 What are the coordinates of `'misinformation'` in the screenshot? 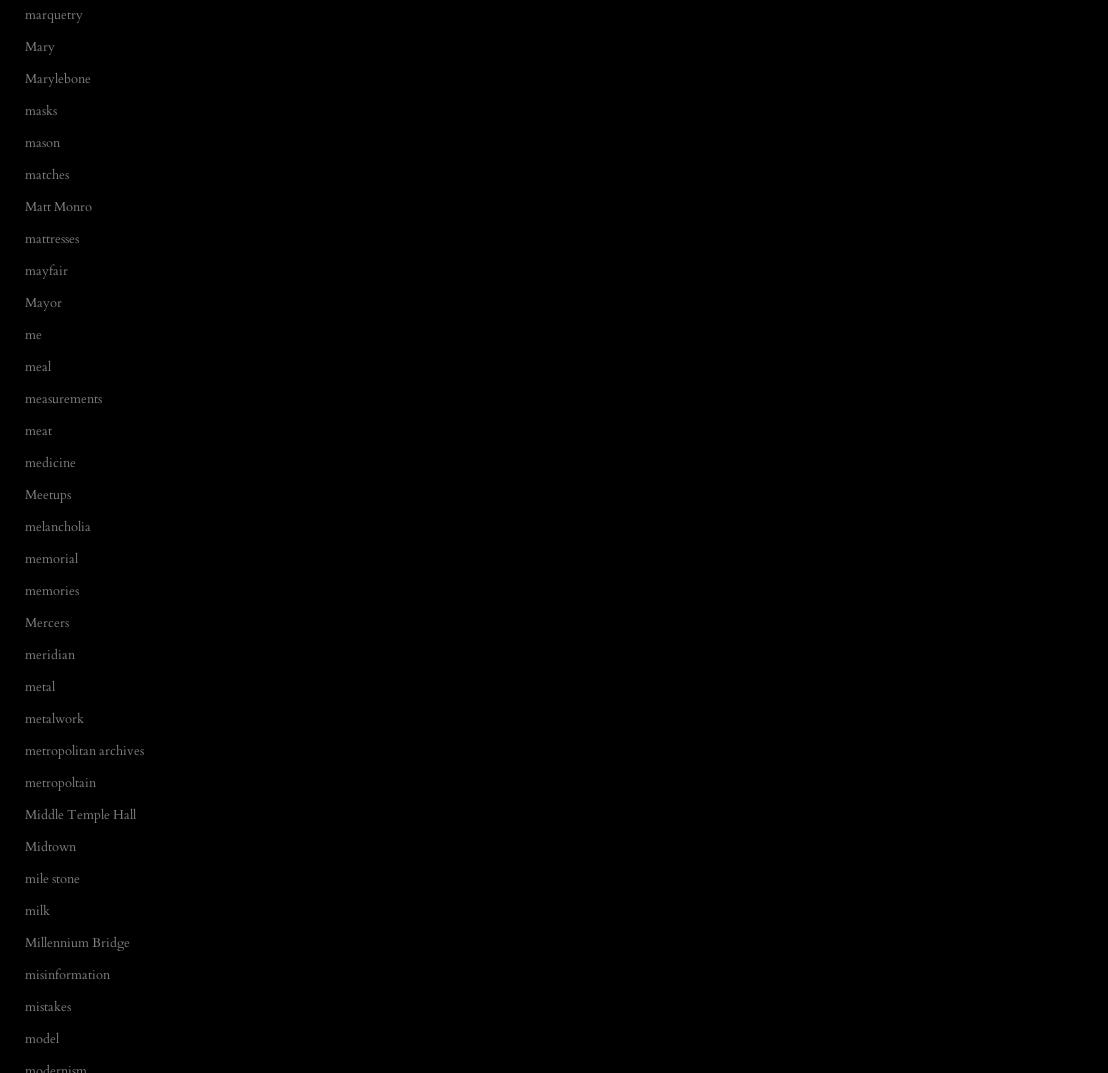 It's located at (66, 972).